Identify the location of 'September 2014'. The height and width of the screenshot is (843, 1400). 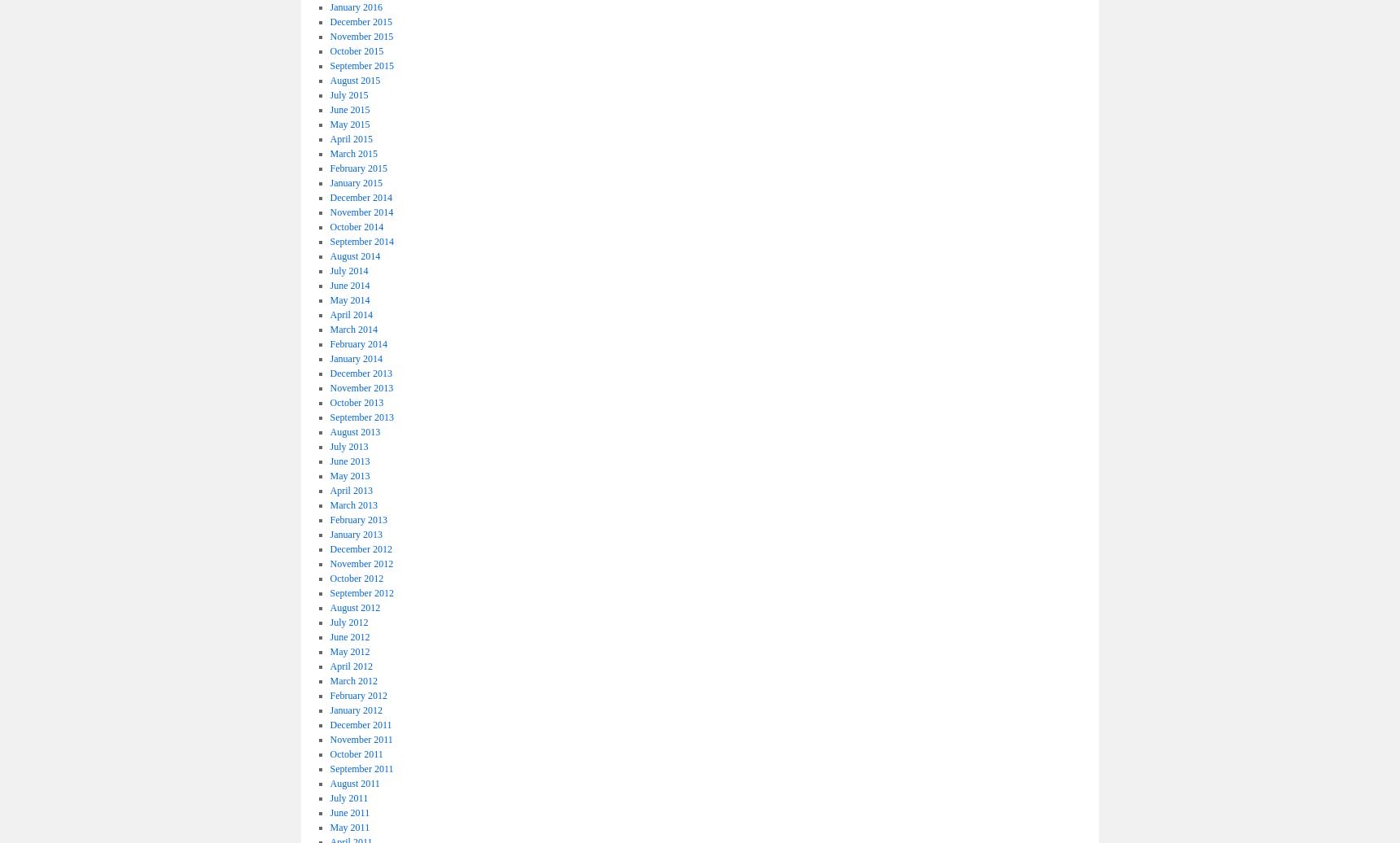
(360, 240).